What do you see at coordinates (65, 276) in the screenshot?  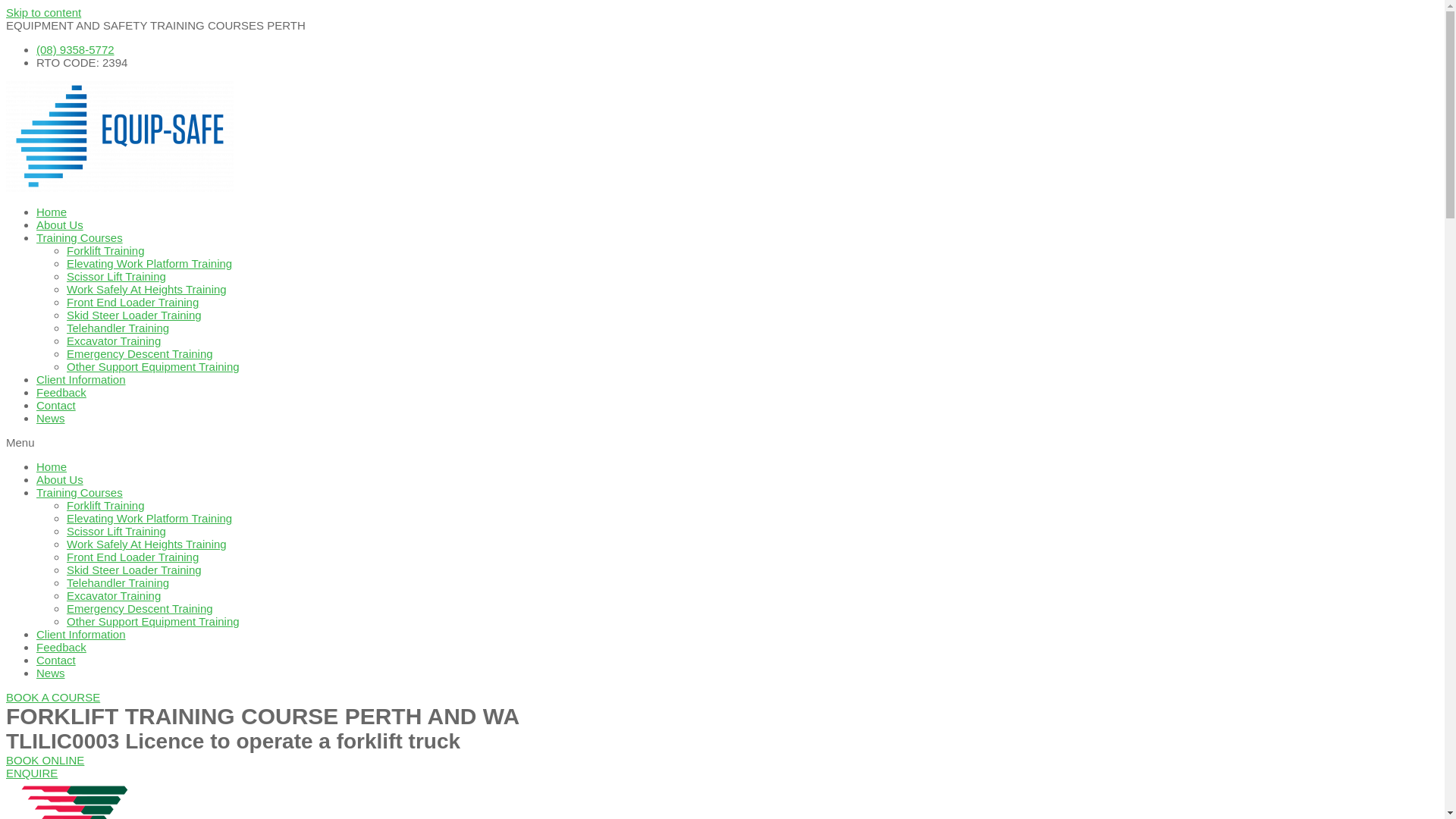 I see `'Scissor Lift Training'` at bounding box center [65, 276].